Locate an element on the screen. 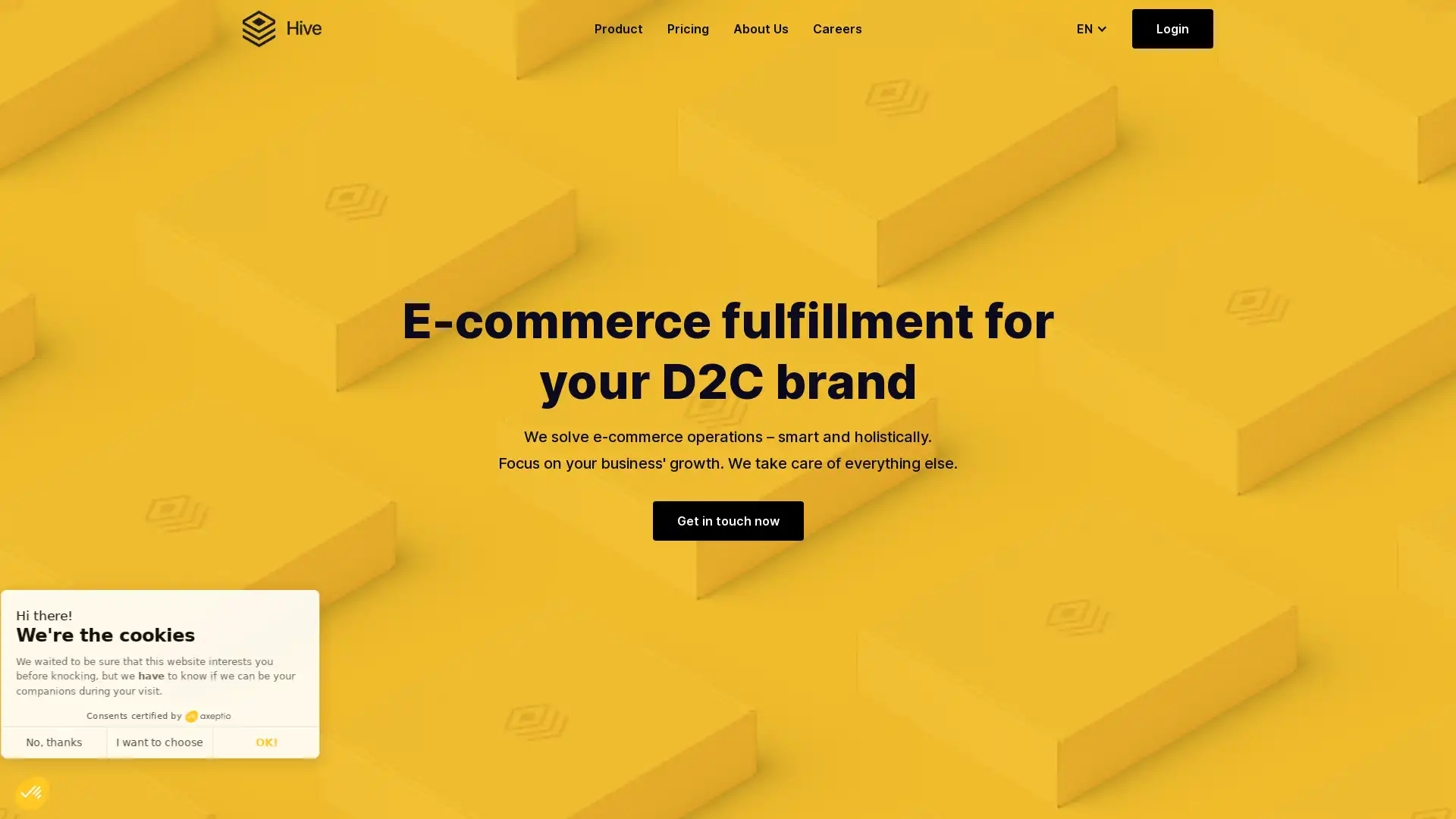 The image size is (1456, 819). Continue and decide later is located at coordinates (32, 792).